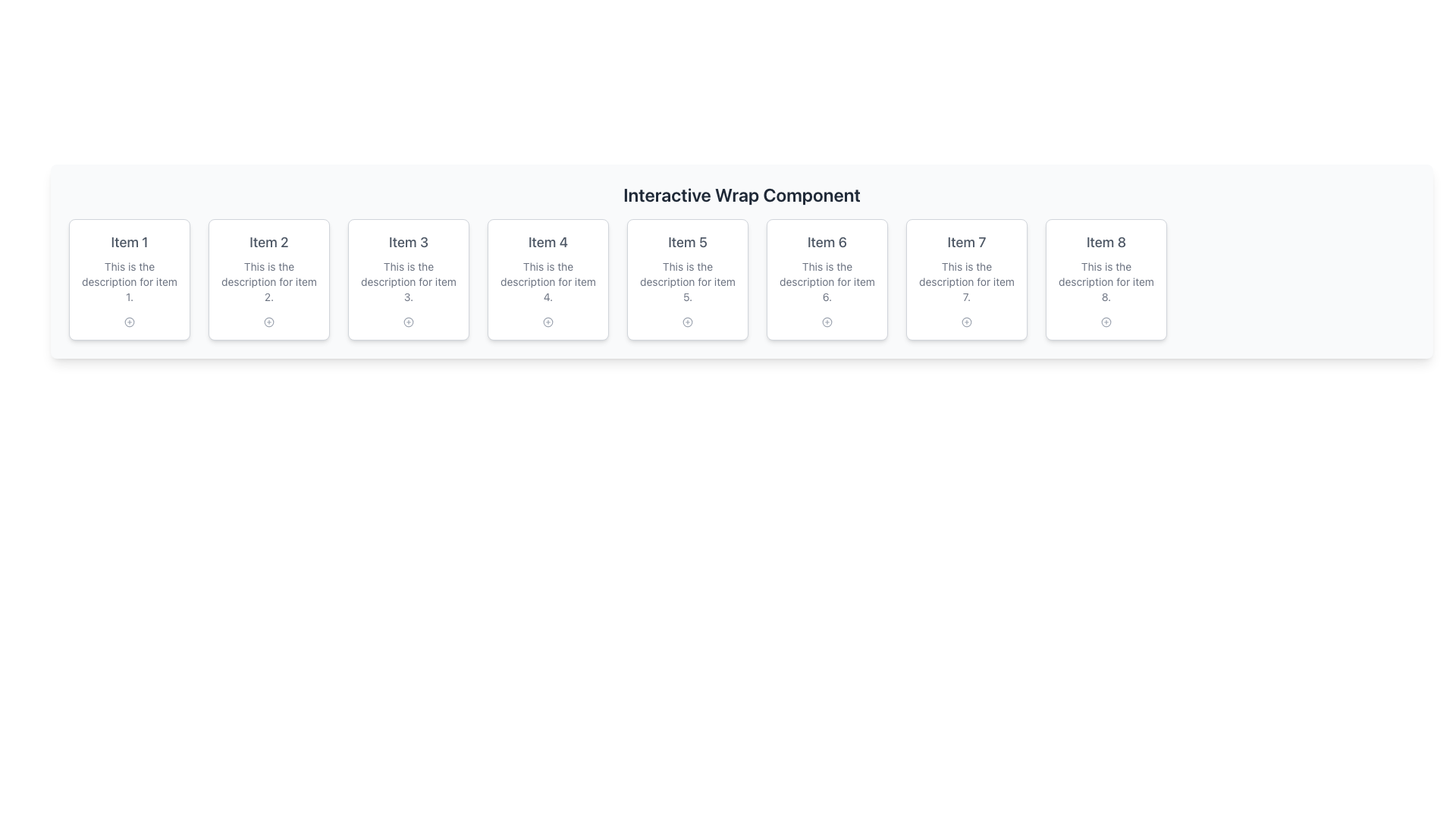 Image resolution: width=1456 pixels, height=819 pixels. Describe the element at coordinates (1106, 321) in the screenshot. I see `the circular base of the '+' icon located in the bottom-right corner of the 'Item 8' card` at that location.